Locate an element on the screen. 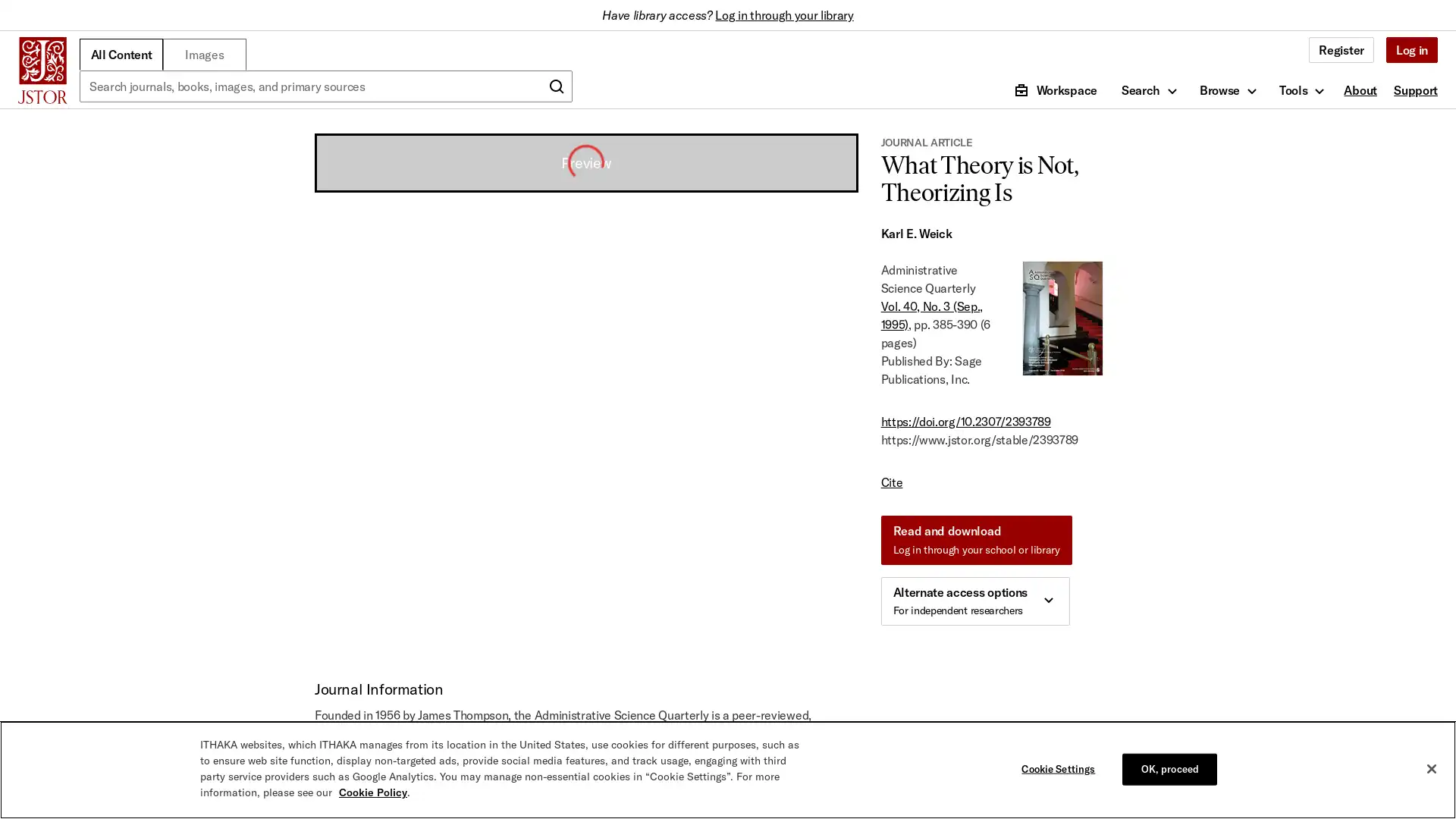 This screenshot has height=819, width=1456. OK, proceed is located at coordinates (1169, 769).